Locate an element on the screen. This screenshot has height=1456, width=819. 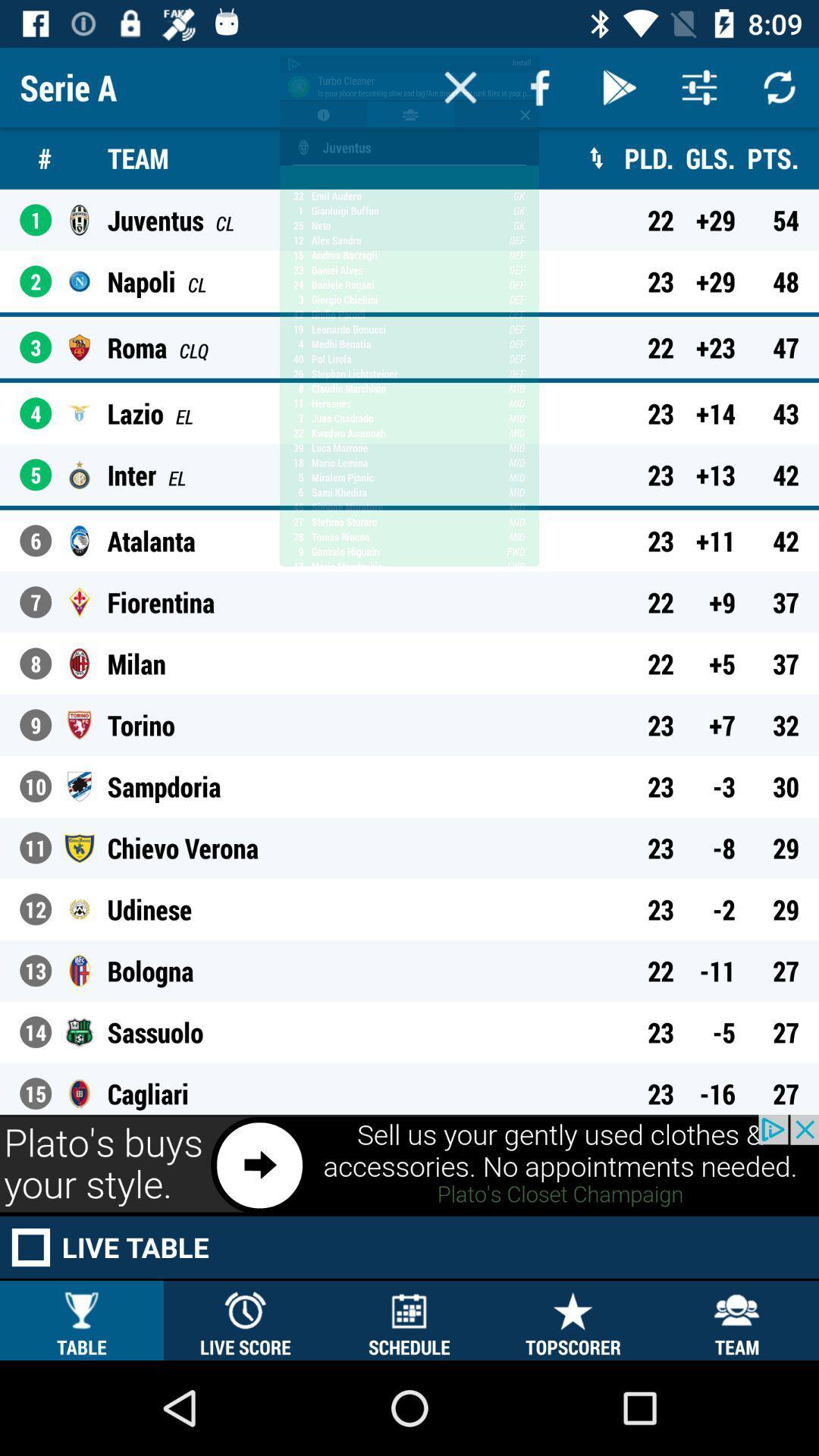
the play icon is located at coordinates (620, 86).